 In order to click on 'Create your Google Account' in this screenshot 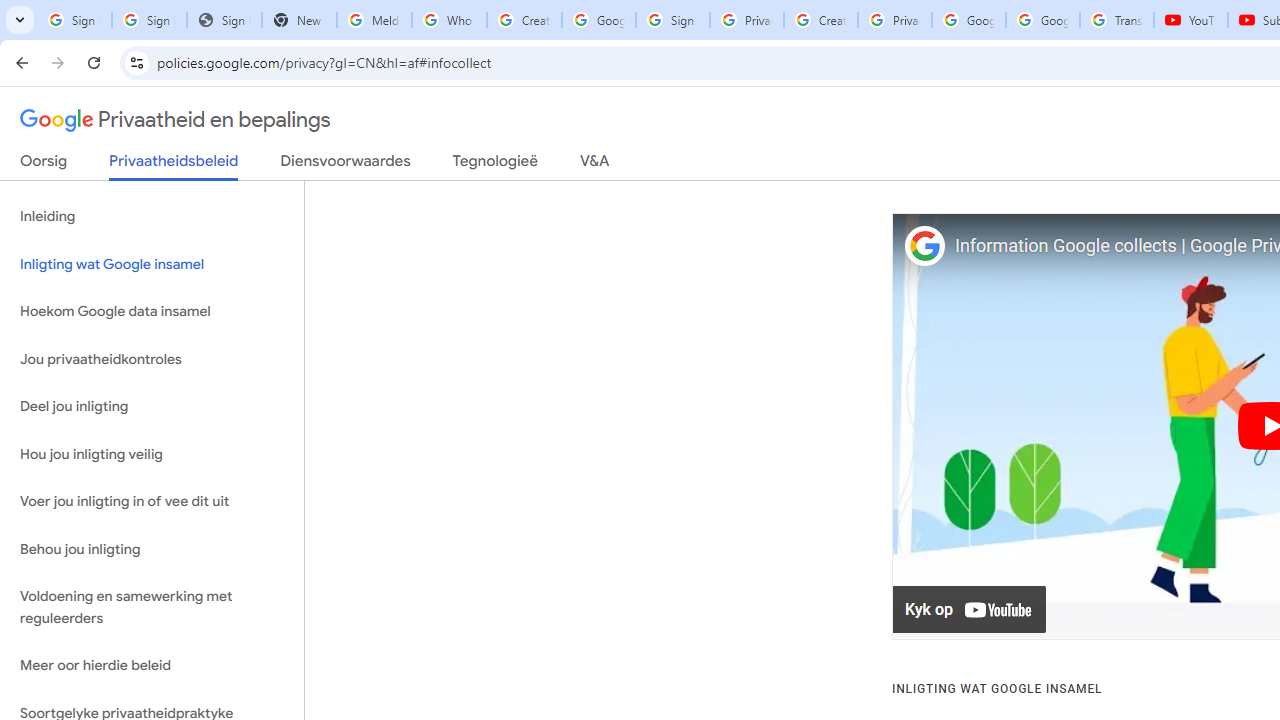, I will do `click(524, 20)`.